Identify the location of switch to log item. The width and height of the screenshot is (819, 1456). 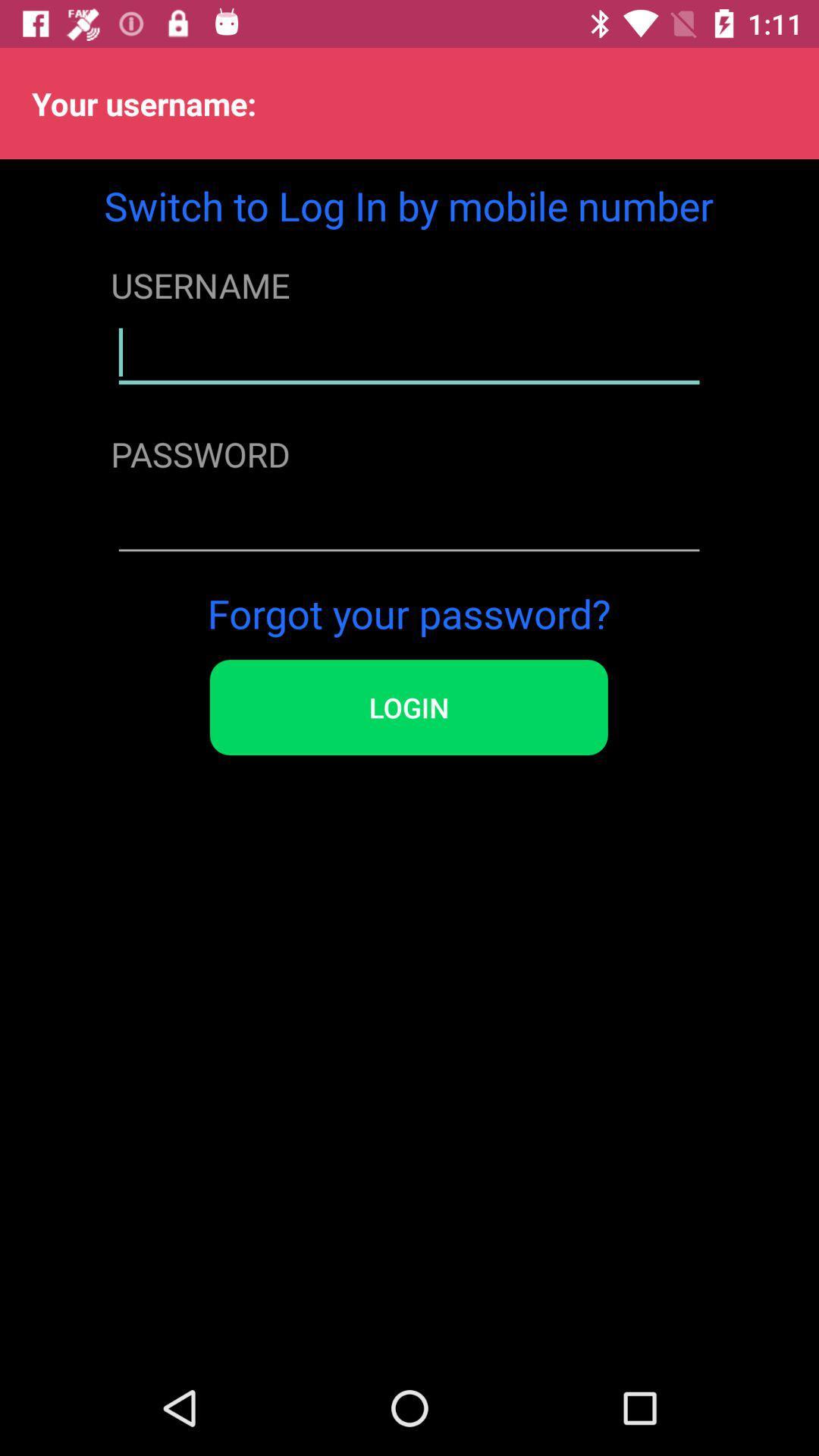
(408, 205).